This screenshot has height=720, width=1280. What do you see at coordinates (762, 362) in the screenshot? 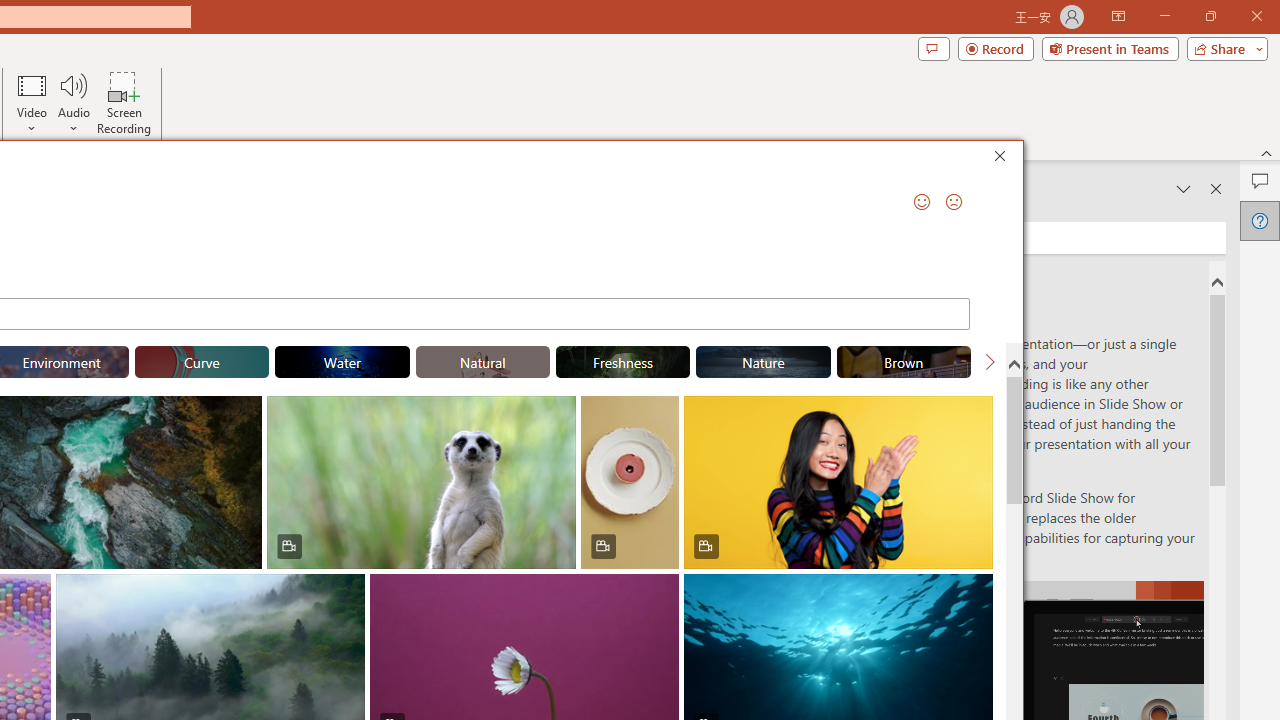
I see `'"Nature" Stock Videos.'` at bounding box center [762, 362].